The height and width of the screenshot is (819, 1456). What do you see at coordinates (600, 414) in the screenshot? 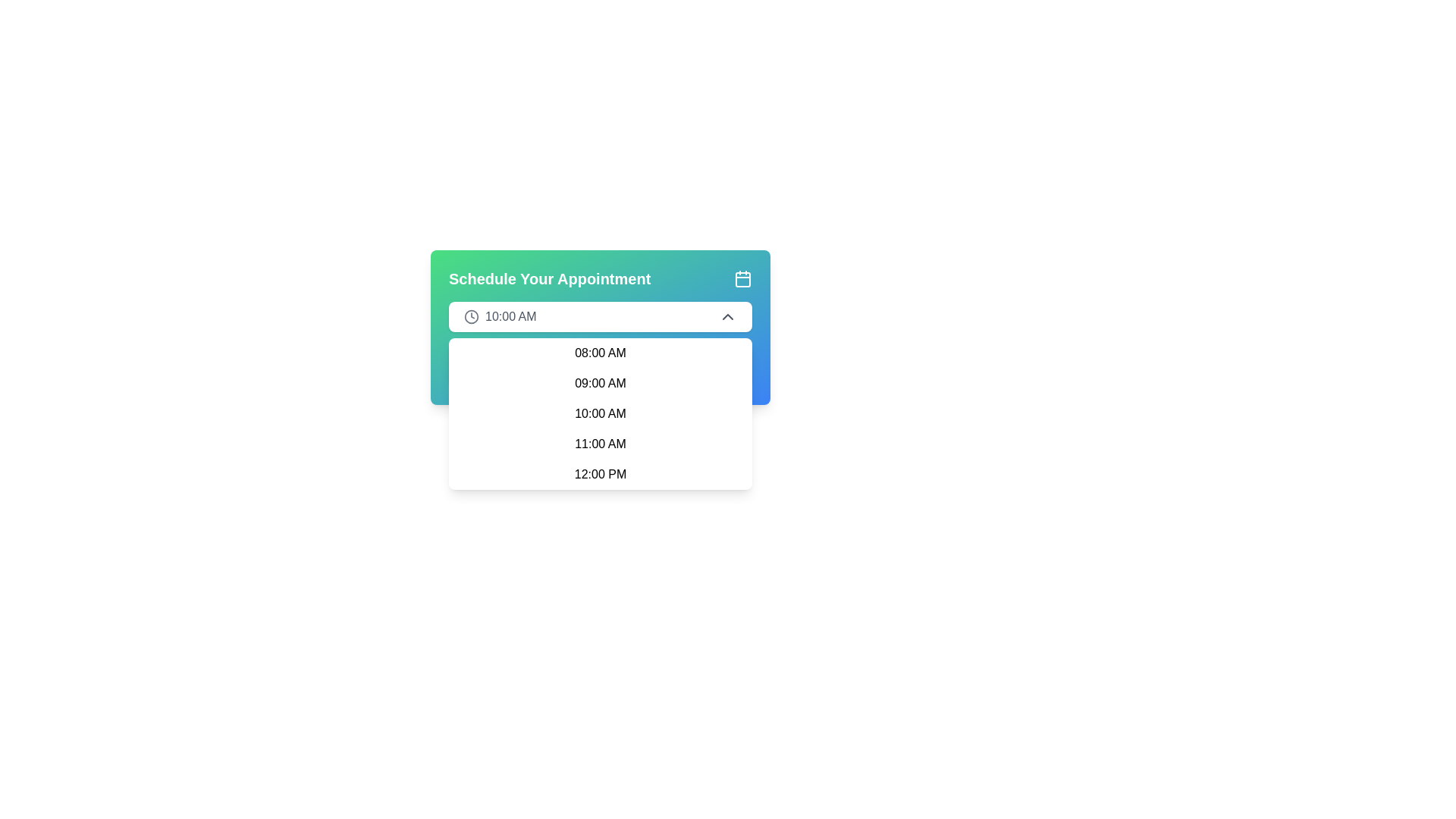
I see `the third option in the dropdown menu labeled '10:00 AM'` at bounding box center [600, 414].